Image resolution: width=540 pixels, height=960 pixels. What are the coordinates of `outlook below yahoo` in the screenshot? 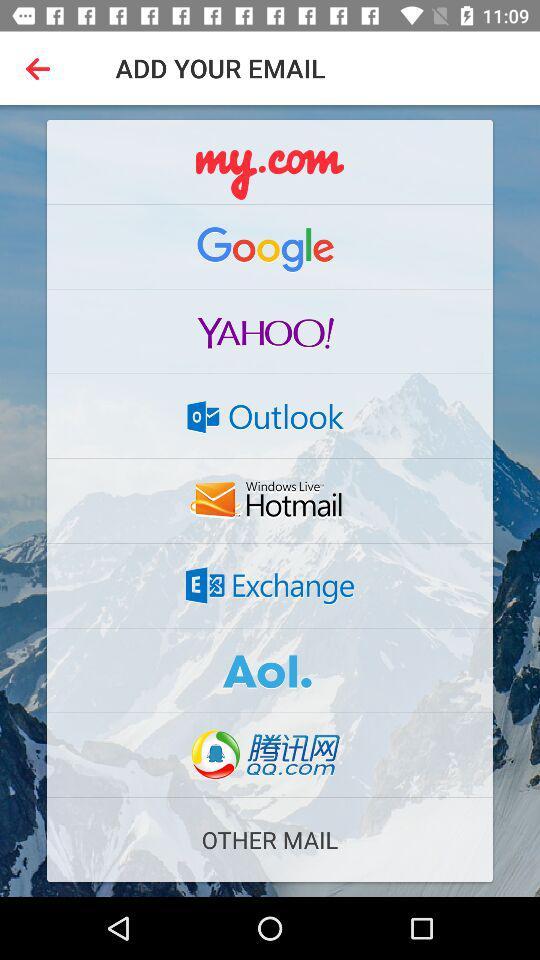 It's located at (270, 414).